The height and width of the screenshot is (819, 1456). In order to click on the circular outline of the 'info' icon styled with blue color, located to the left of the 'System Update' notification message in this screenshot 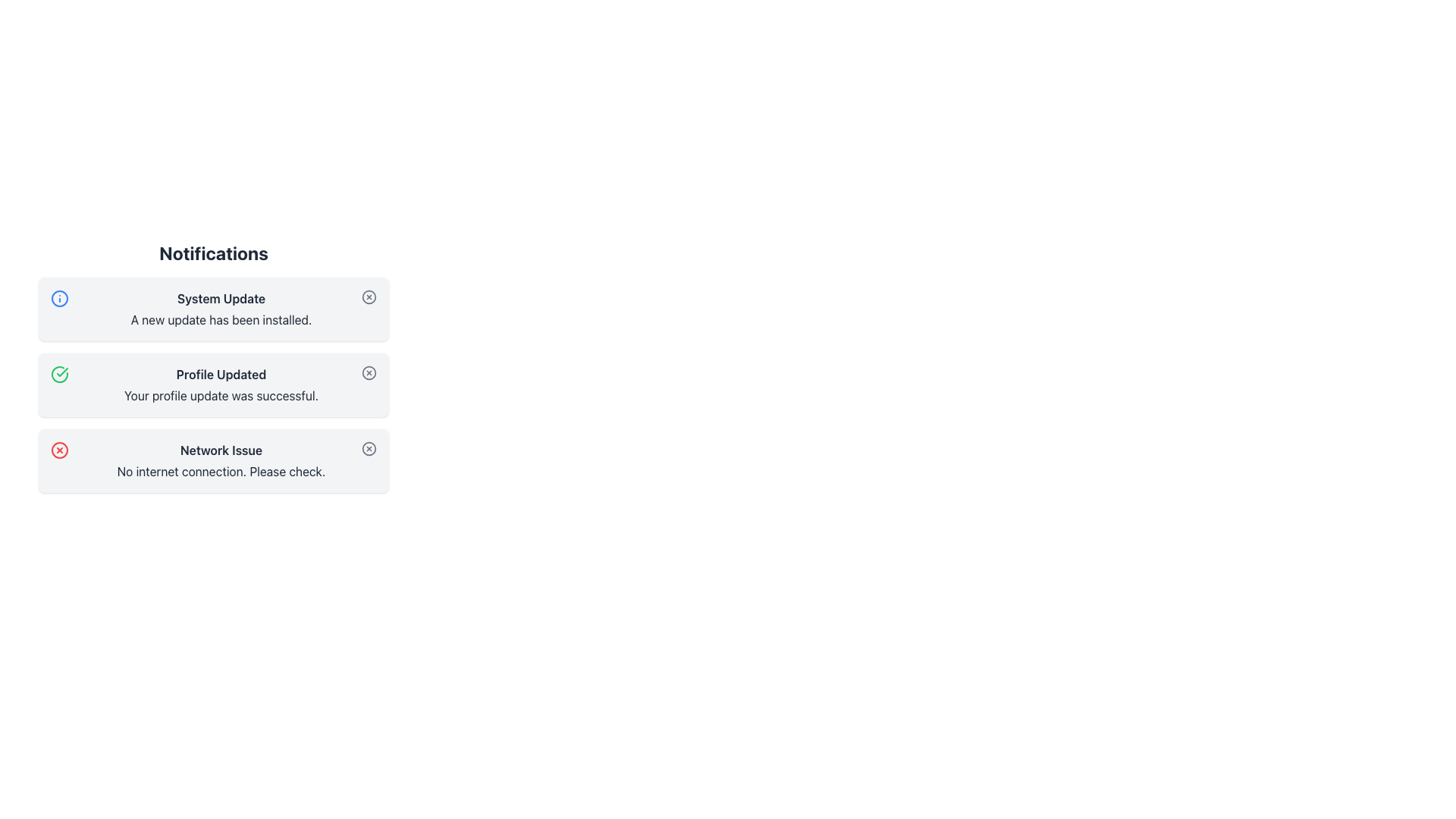, I will do `click(59, 298)`.